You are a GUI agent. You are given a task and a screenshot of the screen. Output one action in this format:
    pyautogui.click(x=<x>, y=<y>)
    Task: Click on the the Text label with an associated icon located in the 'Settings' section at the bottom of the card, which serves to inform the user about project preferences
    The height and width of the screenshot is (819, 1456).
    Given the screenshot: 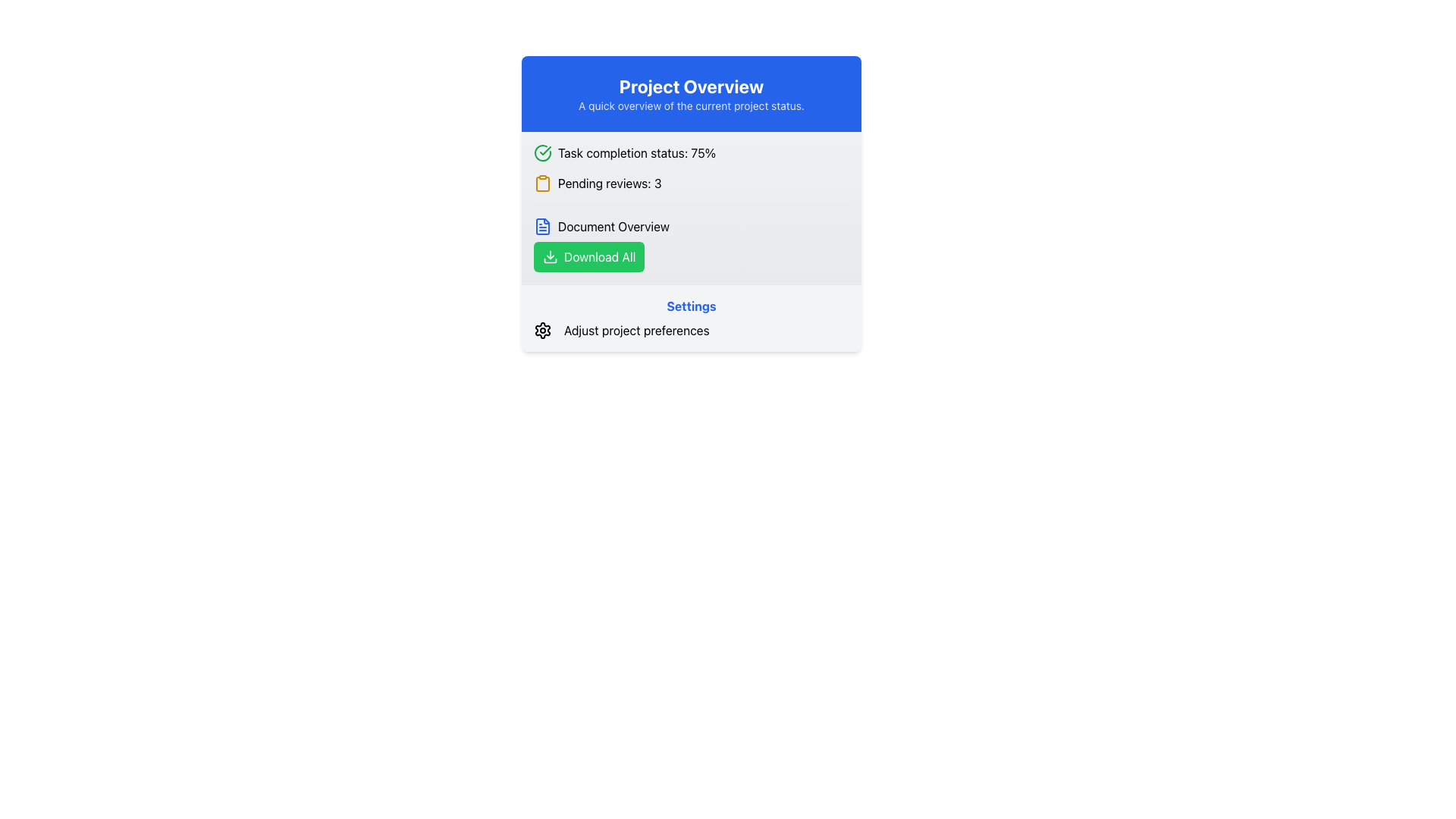 What is the action you would take?
    pyautogui.click(x=691, y=329)
    